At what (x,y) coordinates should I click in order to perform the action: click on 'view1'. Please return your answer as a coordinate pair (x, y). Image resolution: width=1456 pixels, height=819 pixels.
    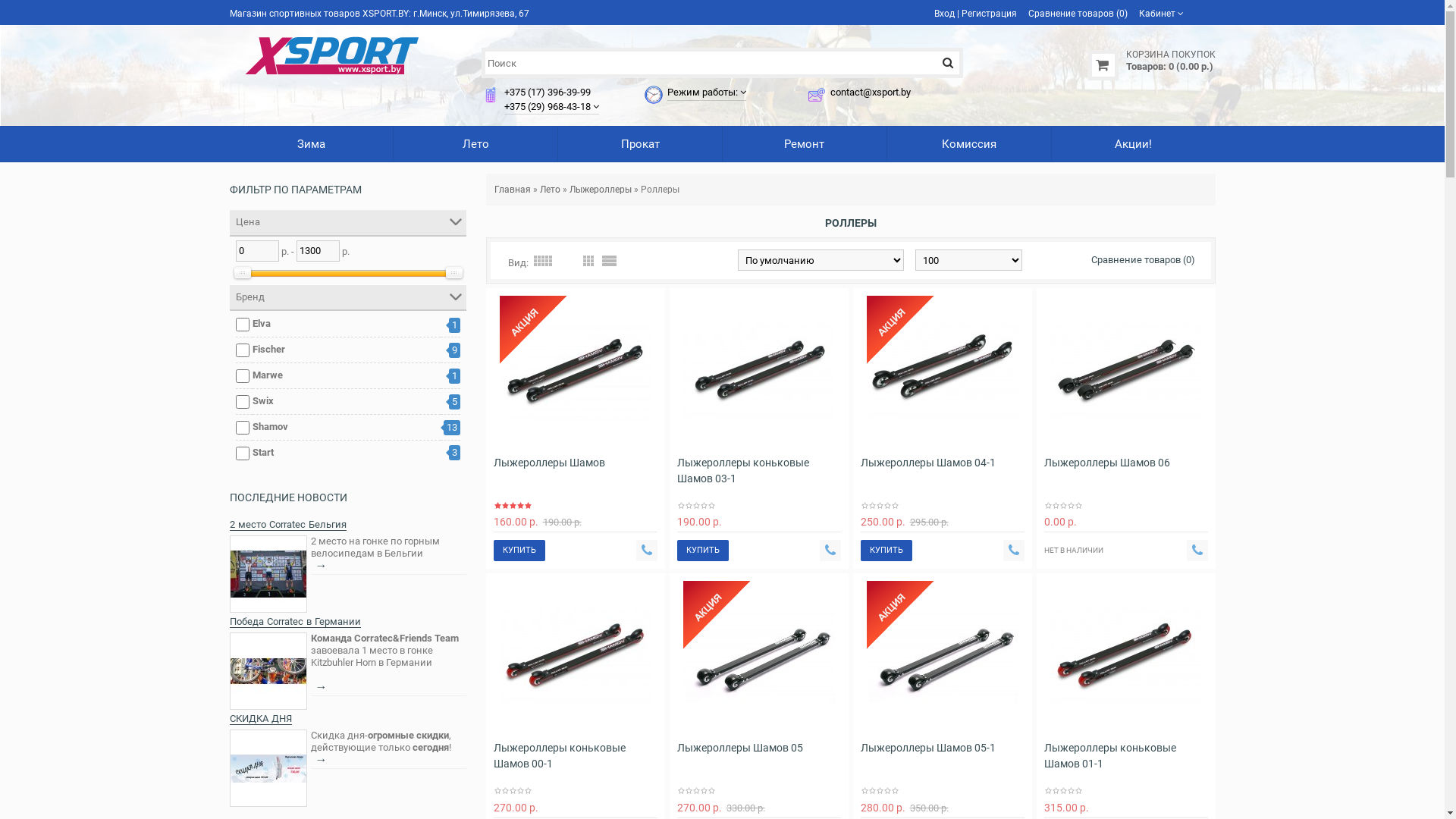
    Looking at the image, I should click on (609, 259).